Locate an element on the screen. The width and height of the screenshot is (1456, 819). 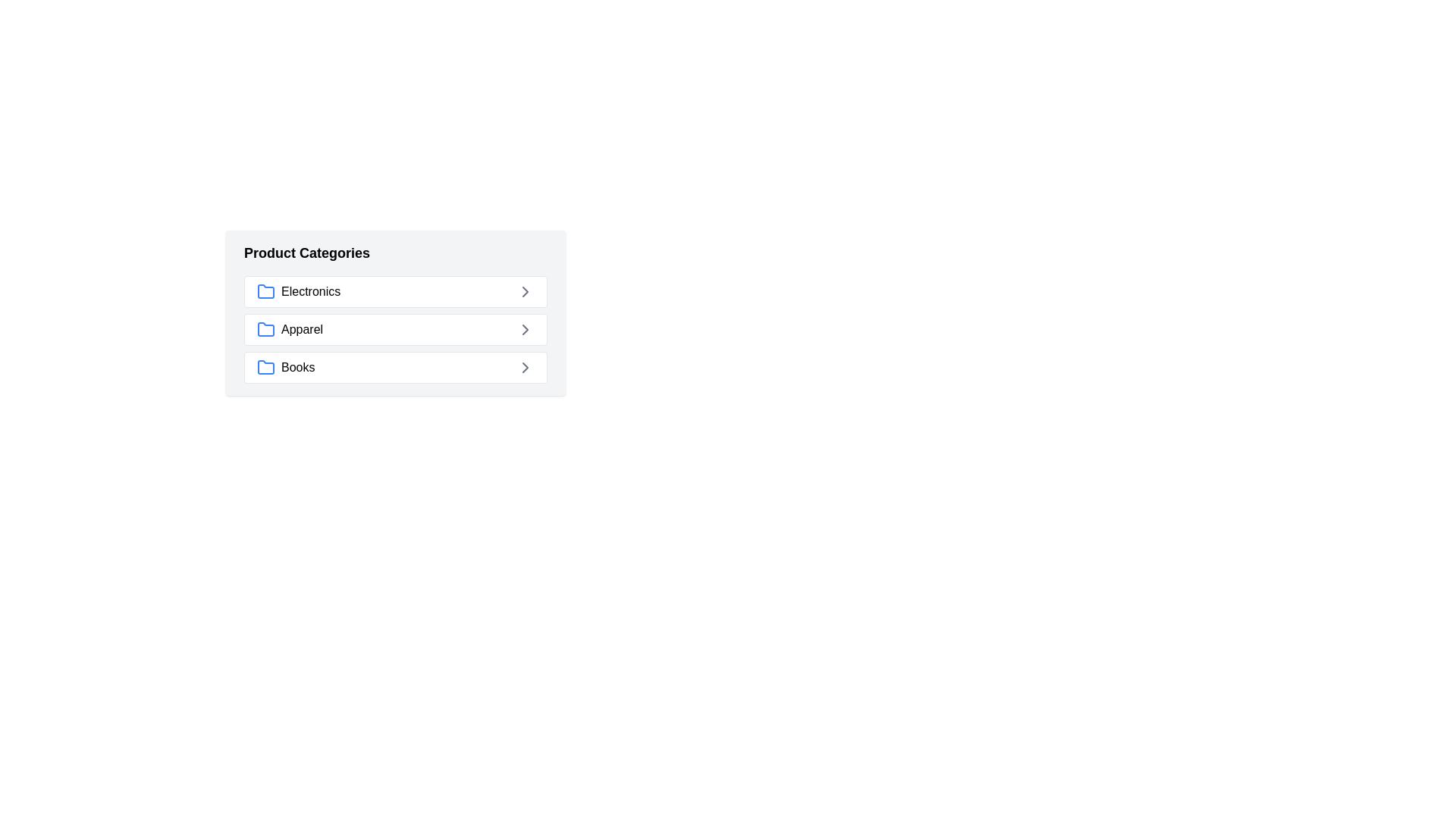
the 'Apparel' text label, which is located in the second row of a vertical list of items, adjacent to a blue folder icon on its left is located at coordinates (302, 329).